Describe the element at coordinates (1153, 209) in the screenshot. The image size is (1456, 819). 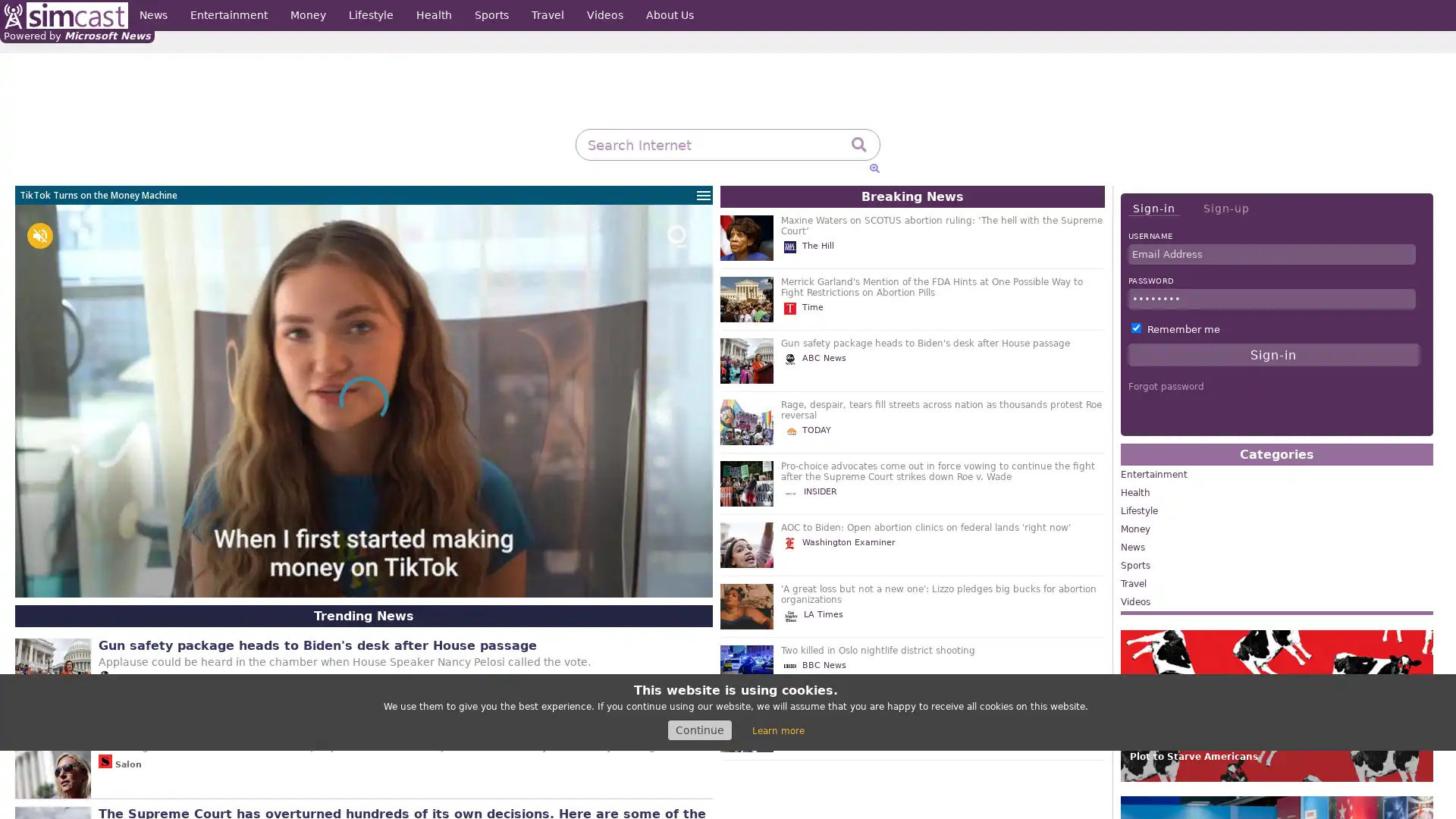
I see `Sign-in` at that location.